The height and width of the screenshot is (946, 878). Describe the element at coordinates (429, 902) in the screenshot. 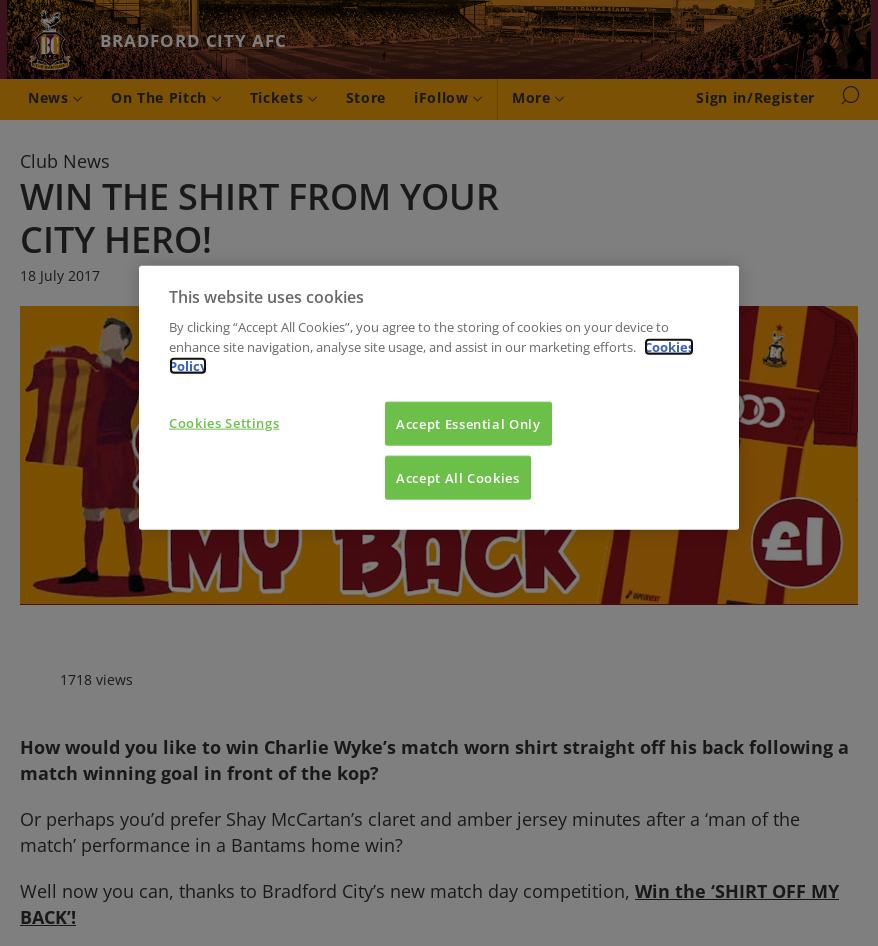

I see `'Win the ‘SHIRT OFF MY BACK’!'` at that location.